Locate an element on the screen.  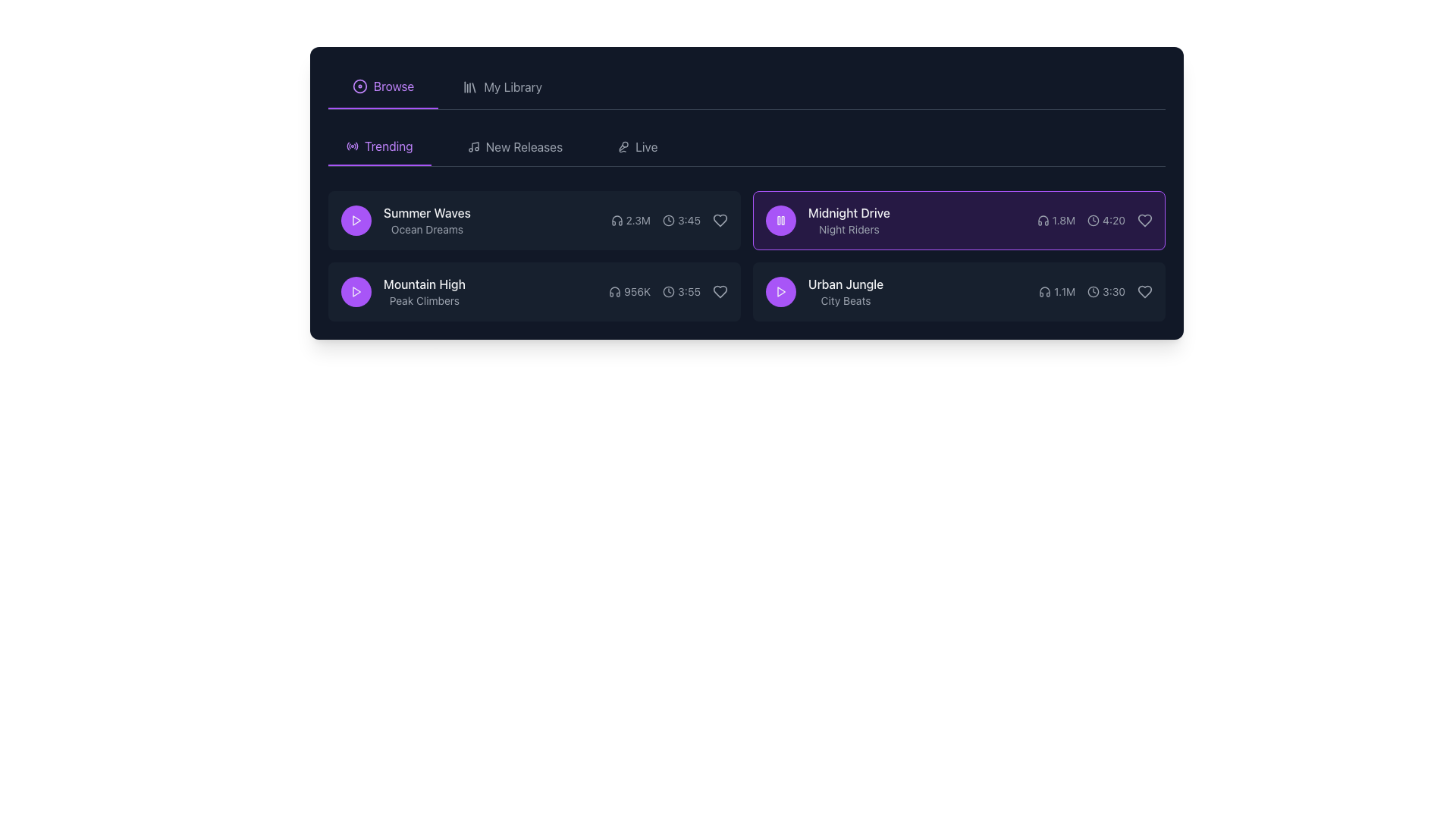
the small clock-shaped icon located to the left of the time text '3:45' in the song information section for 'Summer Waves - Ocean Dreams' is located at coordinates (668, 220).